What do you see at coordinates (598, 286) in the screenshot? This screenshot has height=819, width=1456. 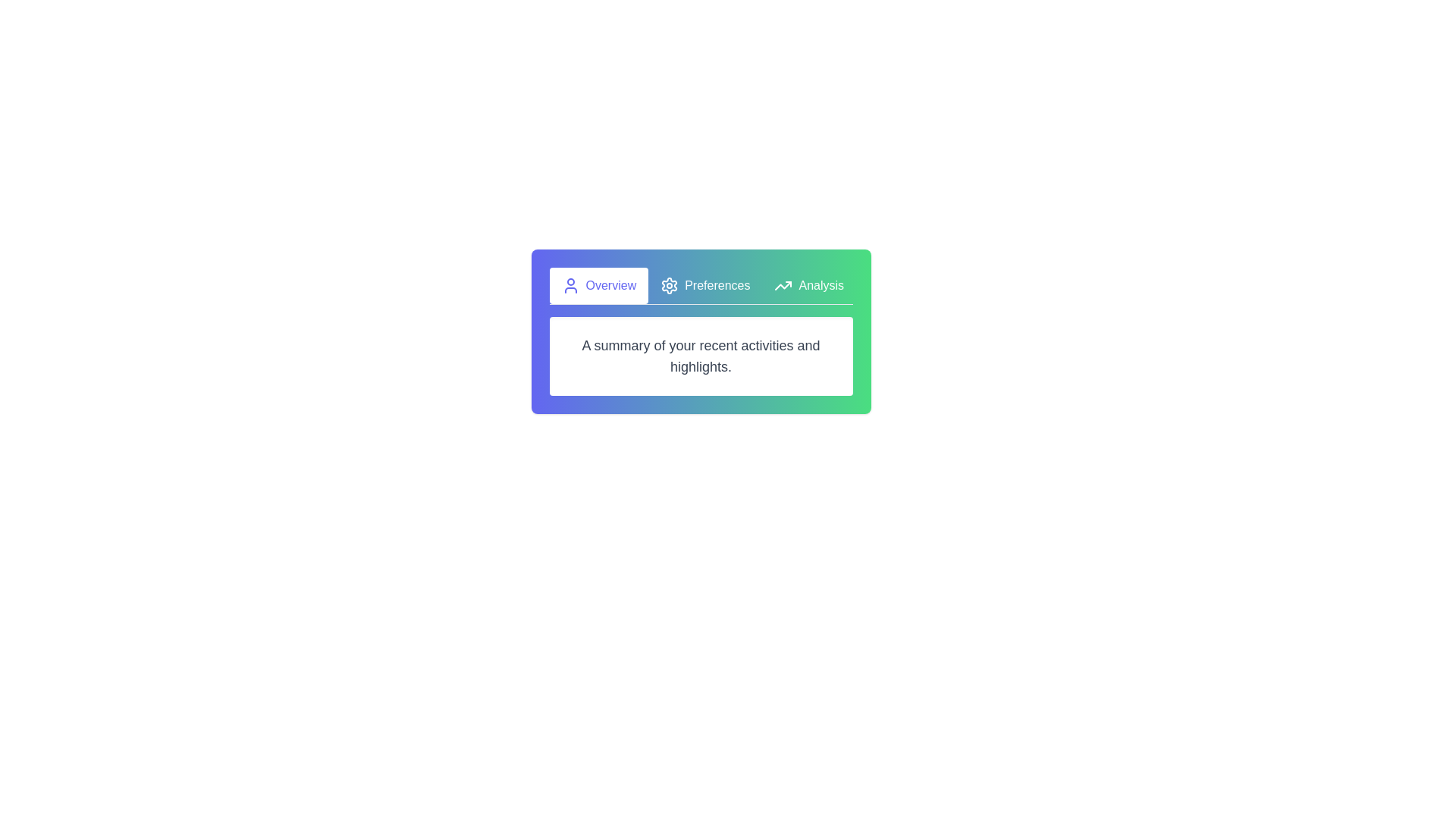 I see `the active tab to inspect its appearance` at bounding box center [598, 286].